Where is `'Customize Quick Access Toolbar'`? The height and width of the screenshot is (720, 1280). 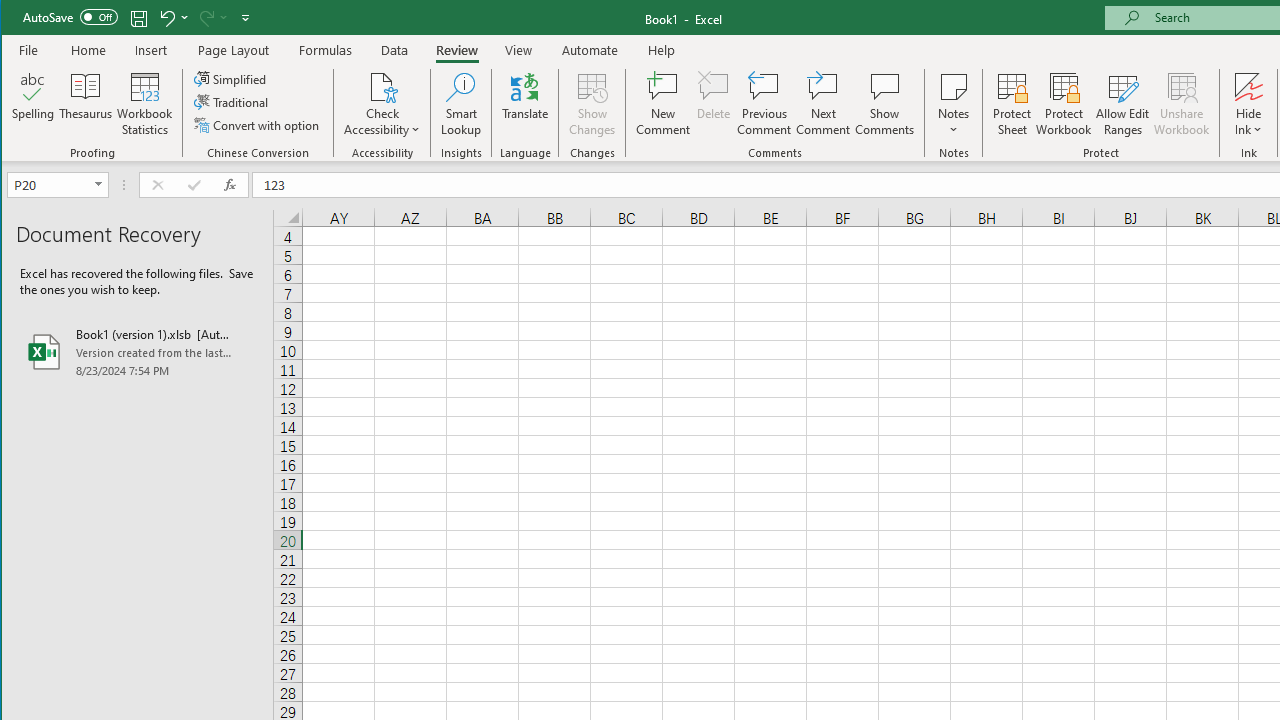 'Customize Quick Access Toolbar' is located at coordinates (244, 17).